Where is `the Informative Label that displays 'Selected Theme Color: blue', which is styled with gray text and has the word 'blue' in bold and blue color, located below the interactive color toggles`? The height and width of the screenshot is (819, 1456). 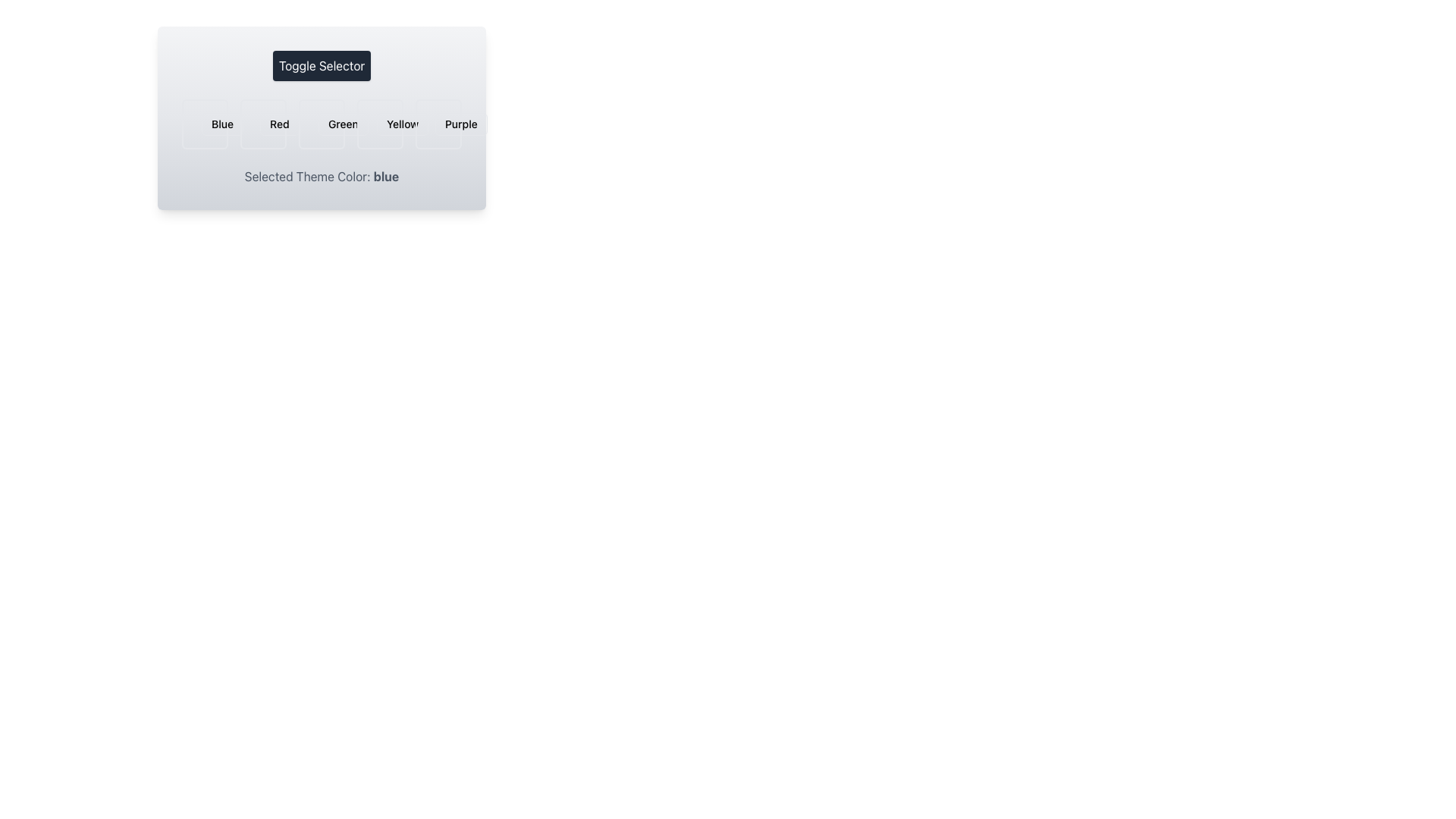 the Informative Label that displays 'Selected Theme Color: blue', which is styled with gray text and has the word 'blue' in bold and blue color, located below the interactive color toggles is located at coordinates (321, 175).